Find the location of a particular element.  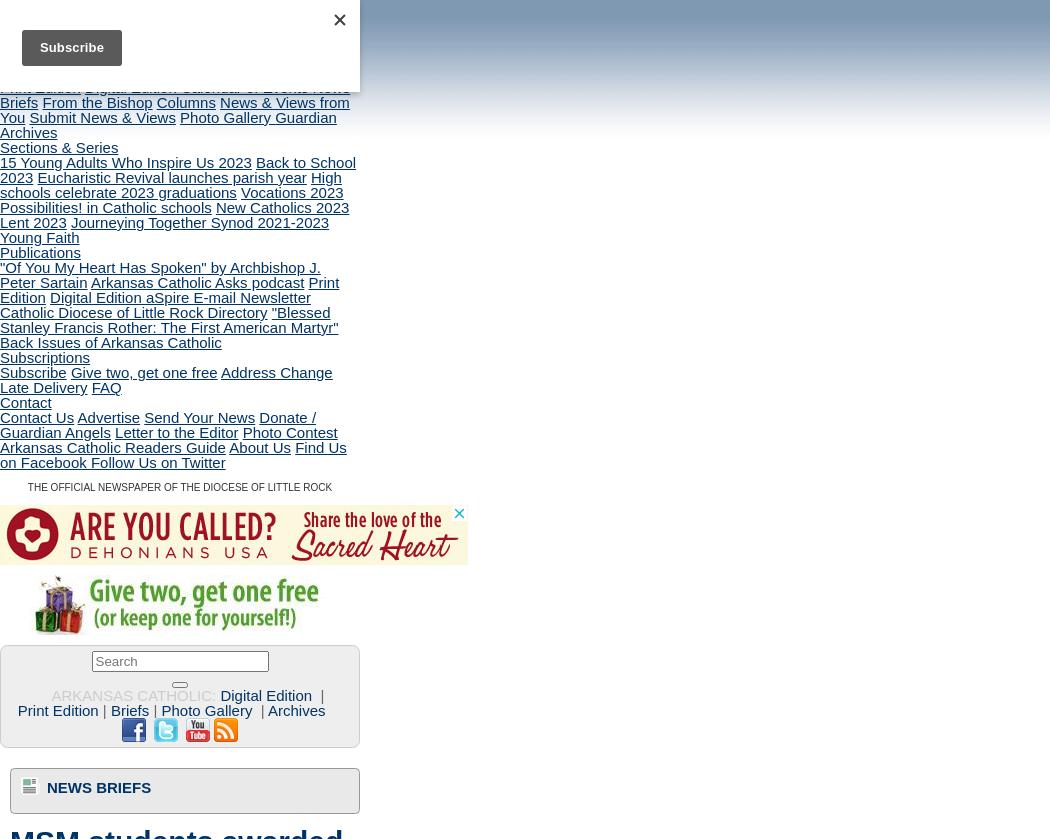

'aSpire E-mail Newsletter' is located at coordinates (227, 297).